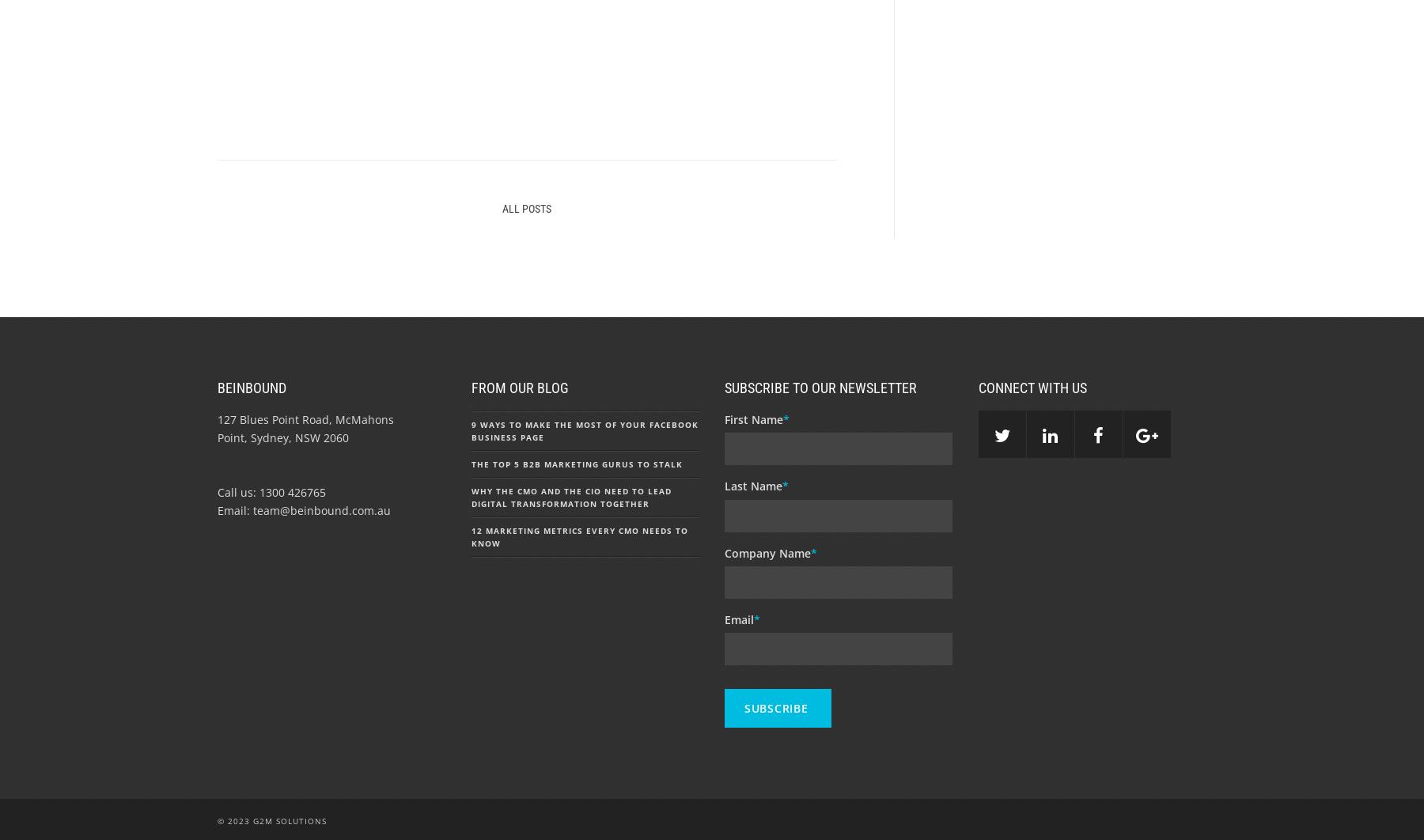  What do you see at coordinates (527, 207) in the screenshot?
I see `'All Posts'` at bounding box center [527, 207].